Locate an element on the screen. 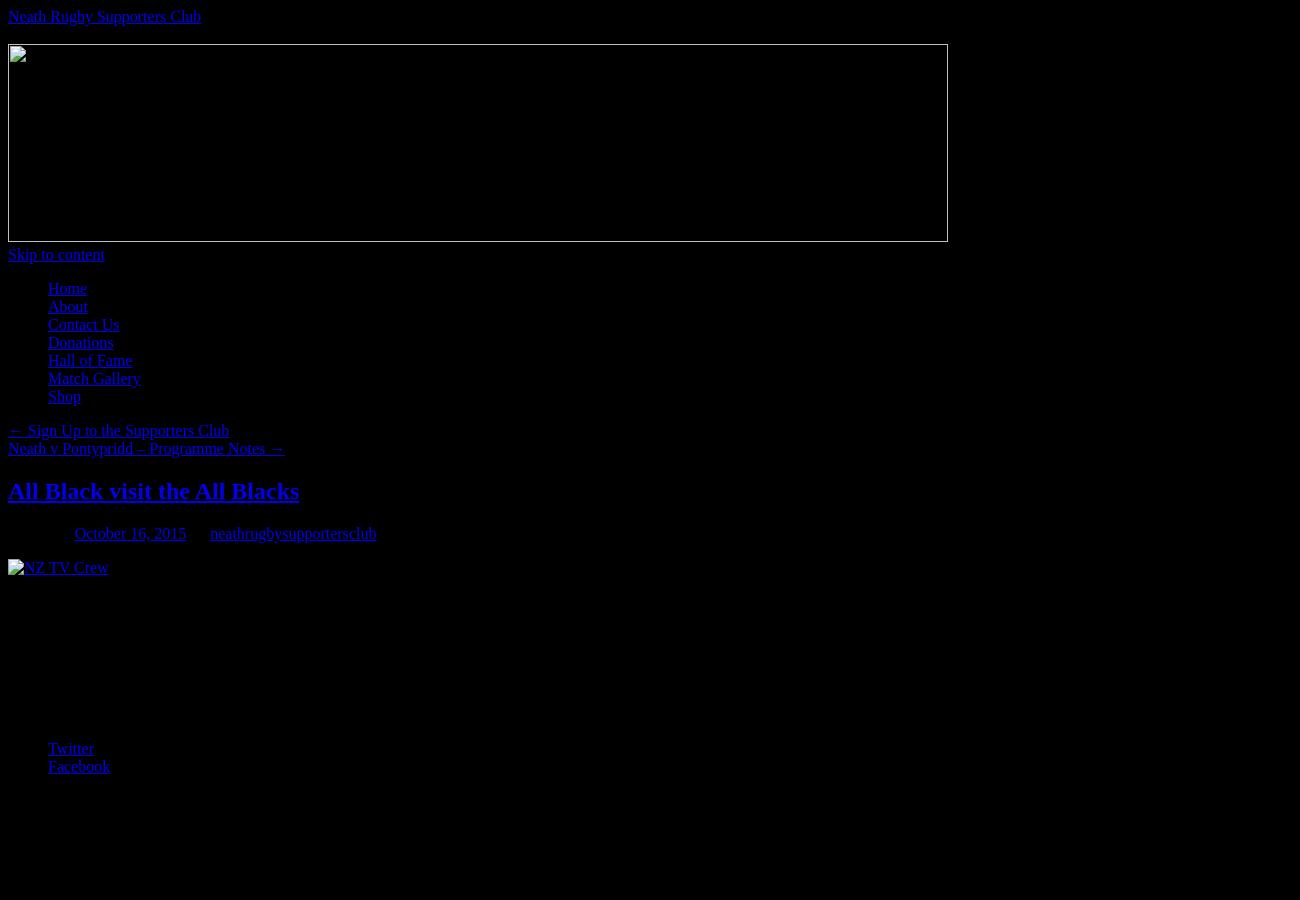 The height and width of the screenshot is (900, 1300). 'Facebook' is located at coordinates (79, 765).